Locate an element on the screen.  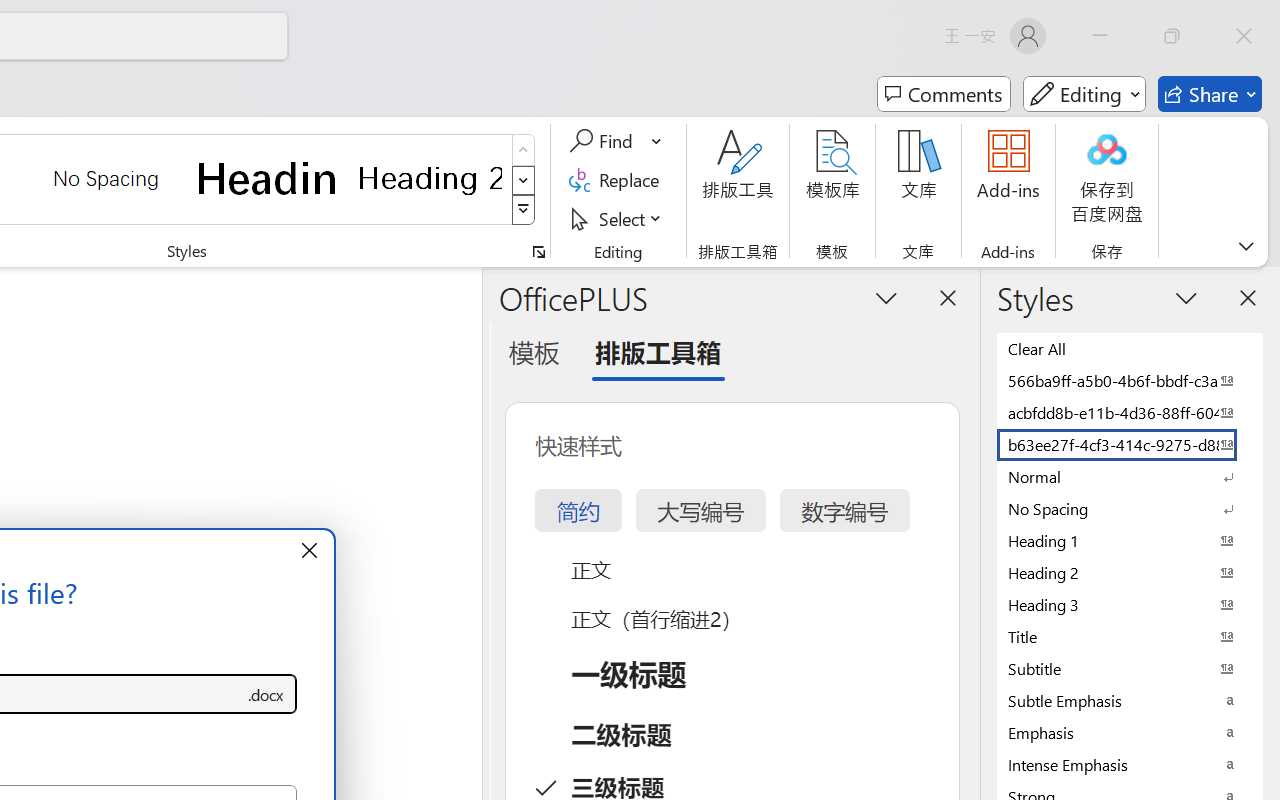
'Normal' is located at coordinates (1130, 476).